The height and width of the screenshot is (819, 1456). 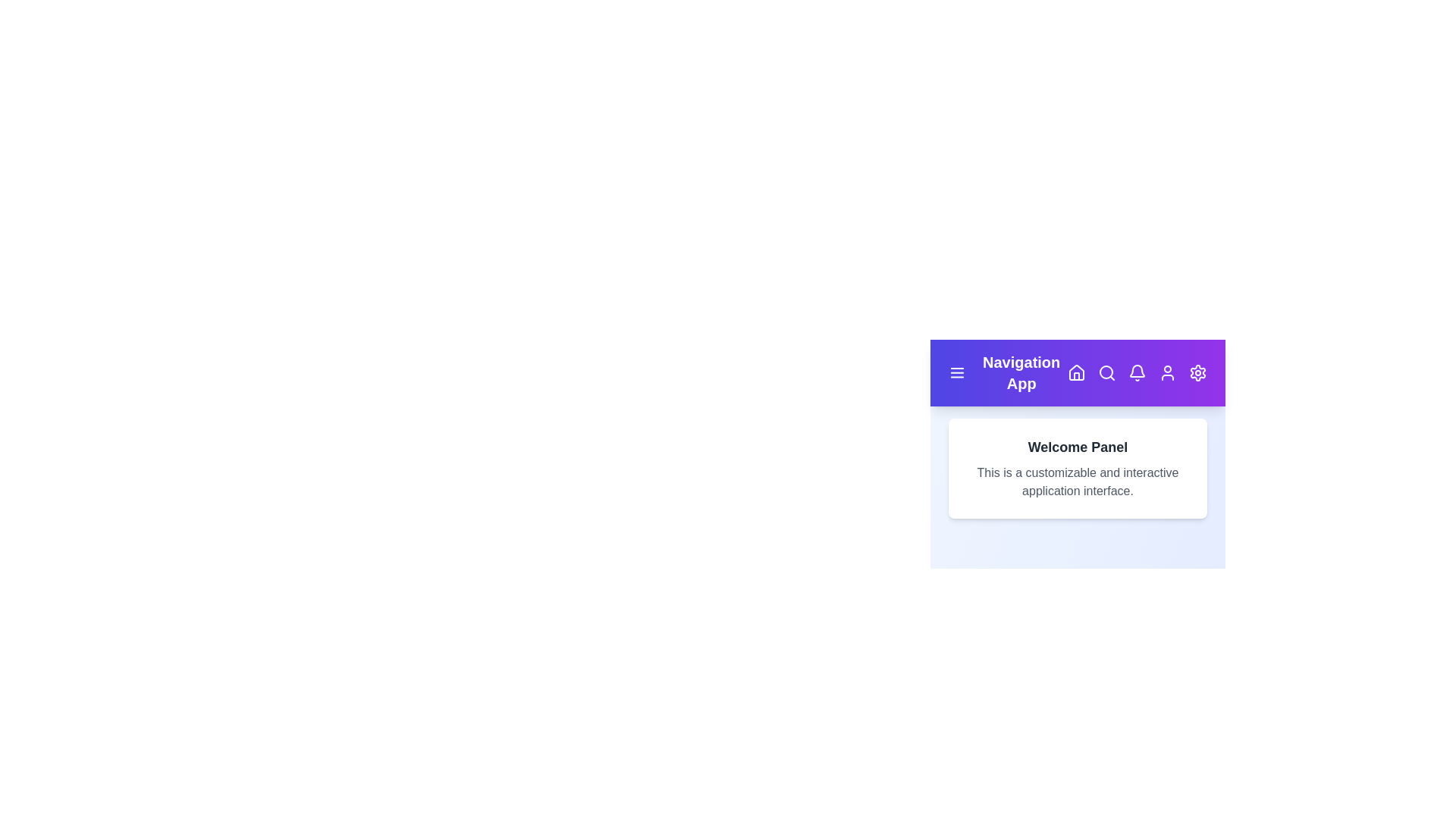 What do you see at coordinates (956, 373) in the screenshot?
I see `the menu icon to toggle the menu` at bounding box center [956, 373].